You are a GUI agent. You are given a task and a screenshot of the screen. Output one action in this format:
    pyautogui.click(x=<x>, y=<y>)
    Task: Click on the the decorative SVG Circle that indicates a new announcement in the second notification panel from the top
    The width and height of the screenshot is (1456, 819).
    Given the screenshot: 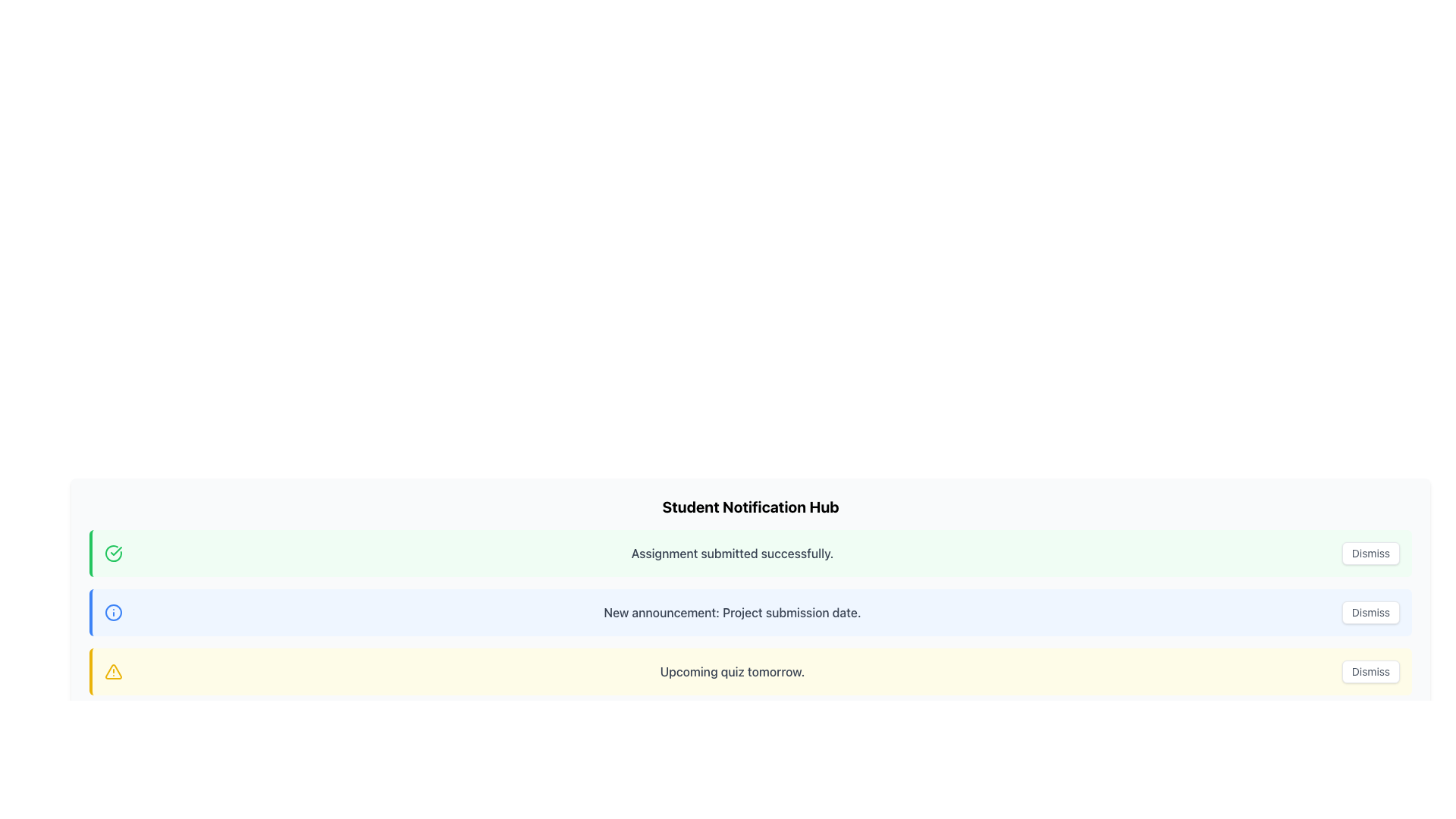 What is the action you would take?
    pyautogui.click(x=112, y=611)
    